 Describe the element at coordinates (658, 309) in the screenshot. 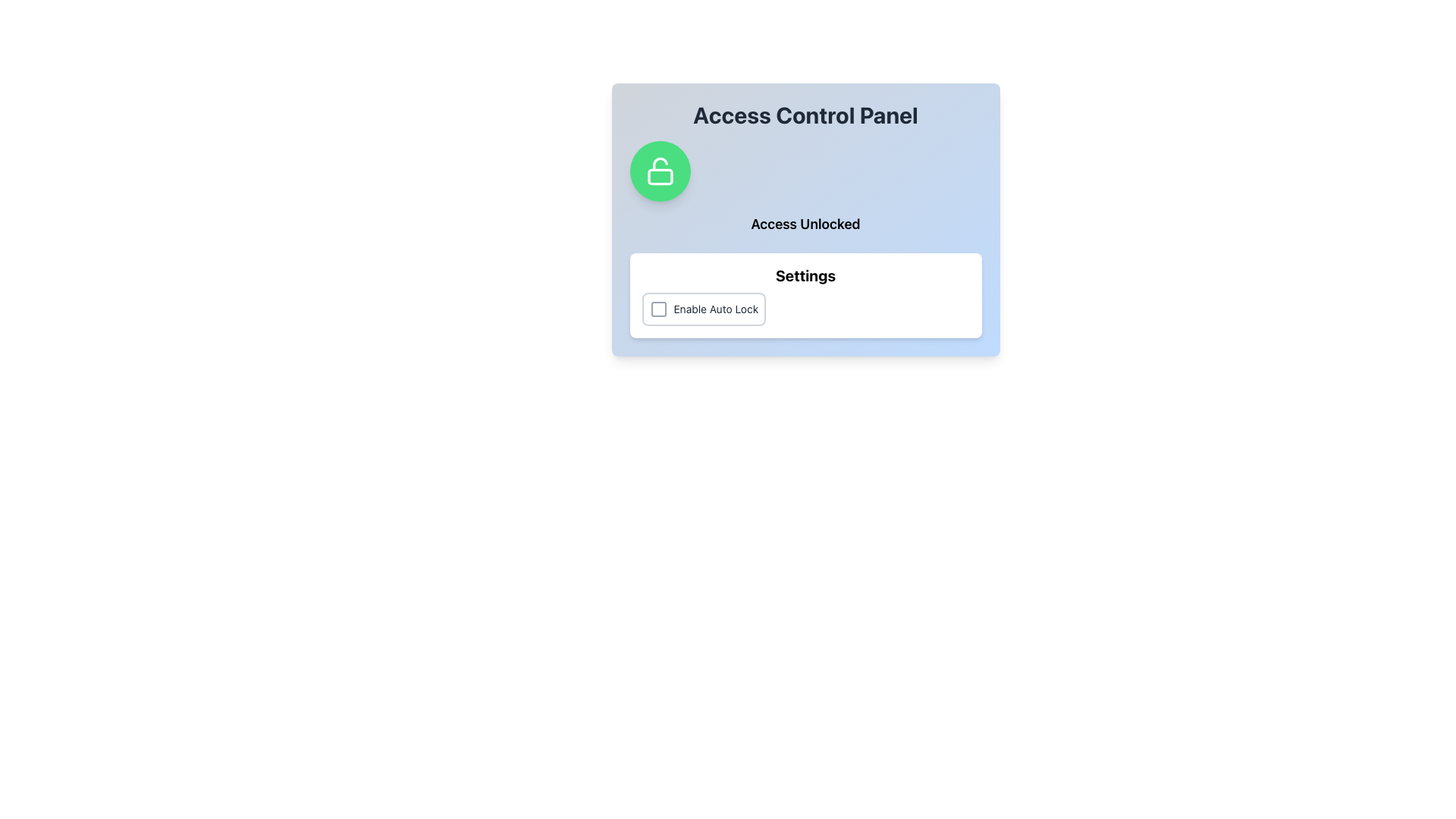

I see `the gray square icon located to the left of the 'Enable Auto Lock' text` at that location.